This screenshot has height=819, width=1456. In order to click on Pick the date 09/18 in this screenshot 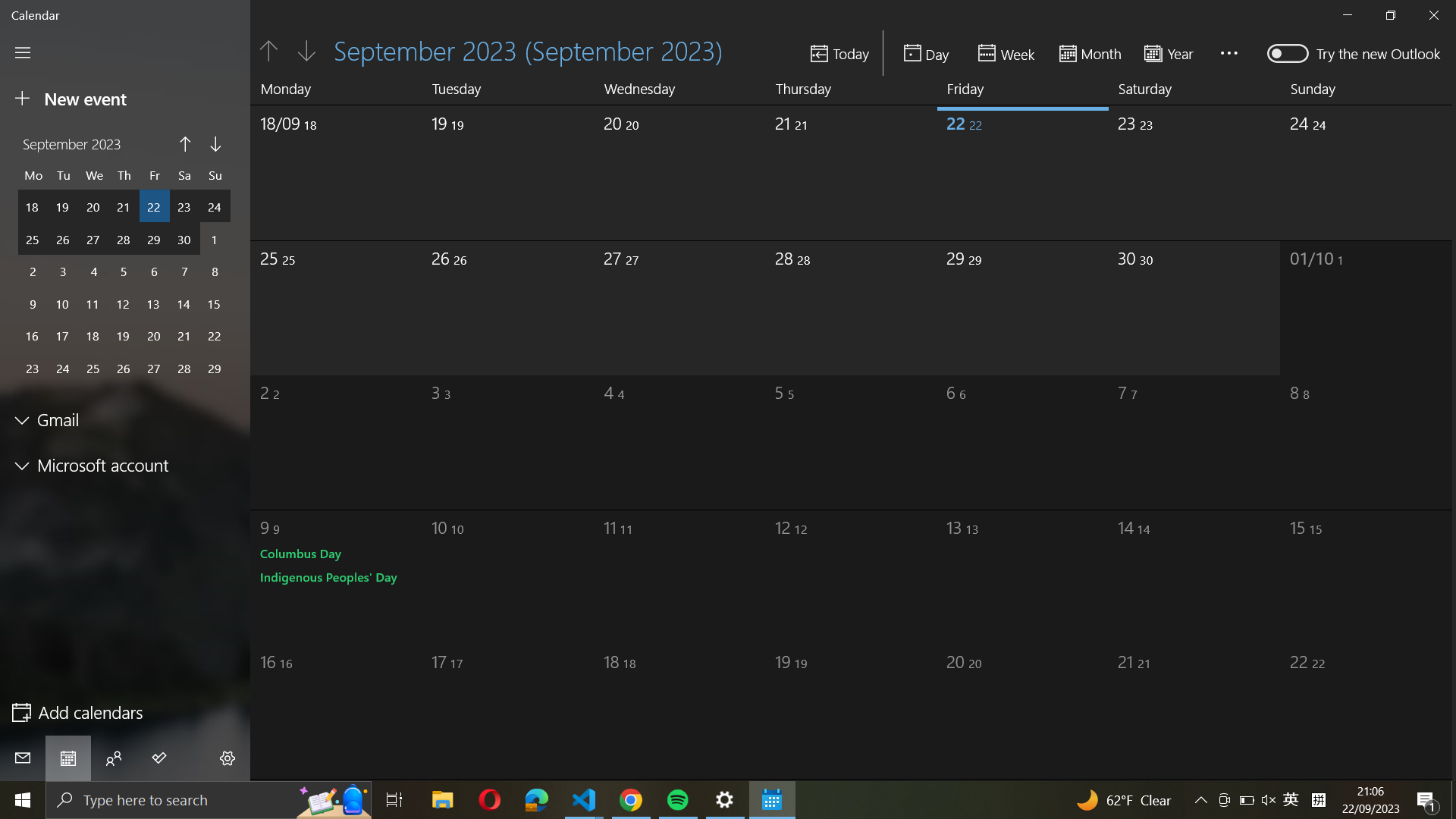, I will do `click(322, 167)`.